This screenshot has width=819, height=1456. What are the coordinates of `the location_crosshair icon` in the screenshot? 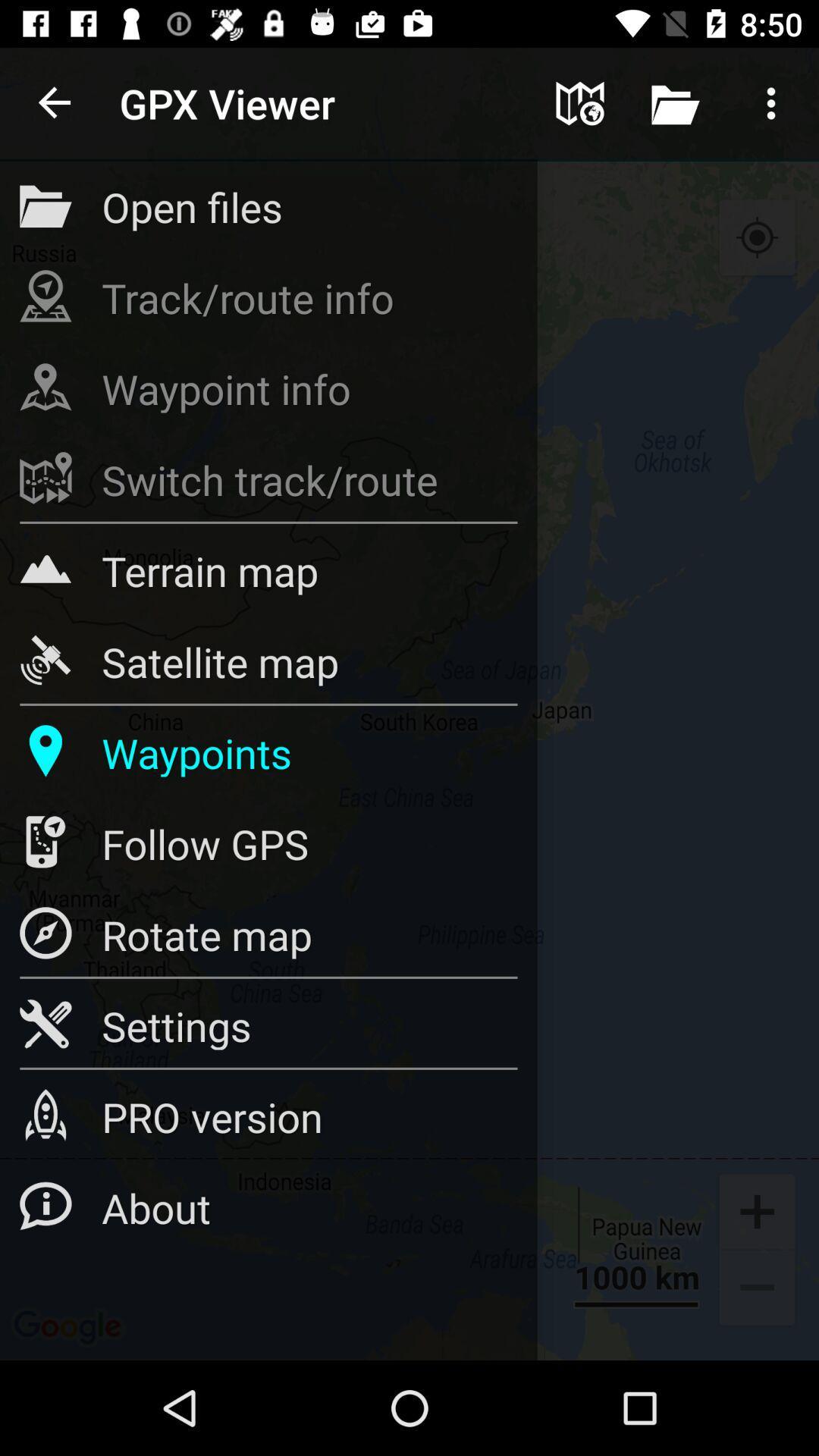 It's located at (757, 237).